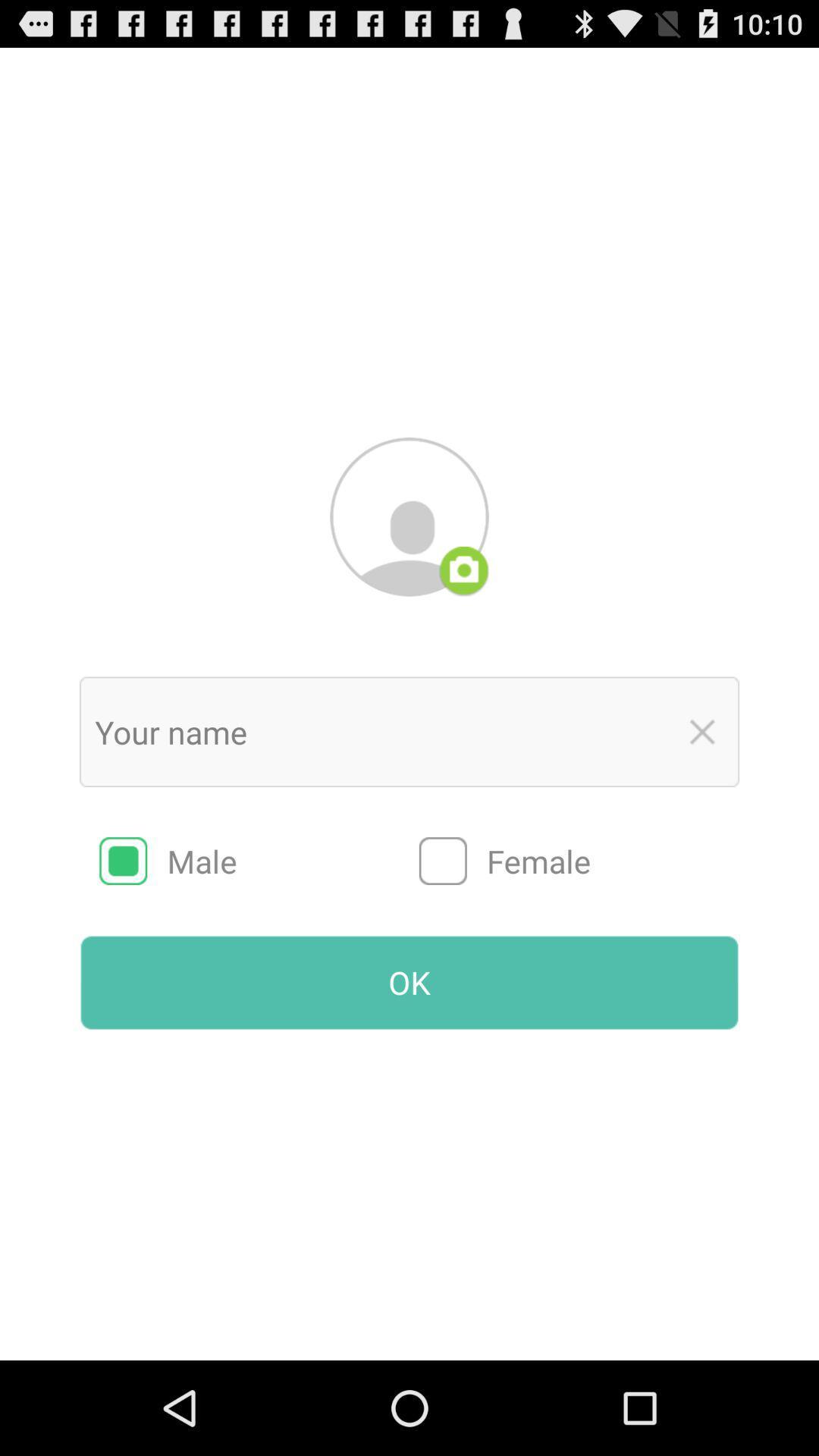 The width and height of the screenshot is (819, 1456). I want to click on the icon next to the male, so click(579, 861).